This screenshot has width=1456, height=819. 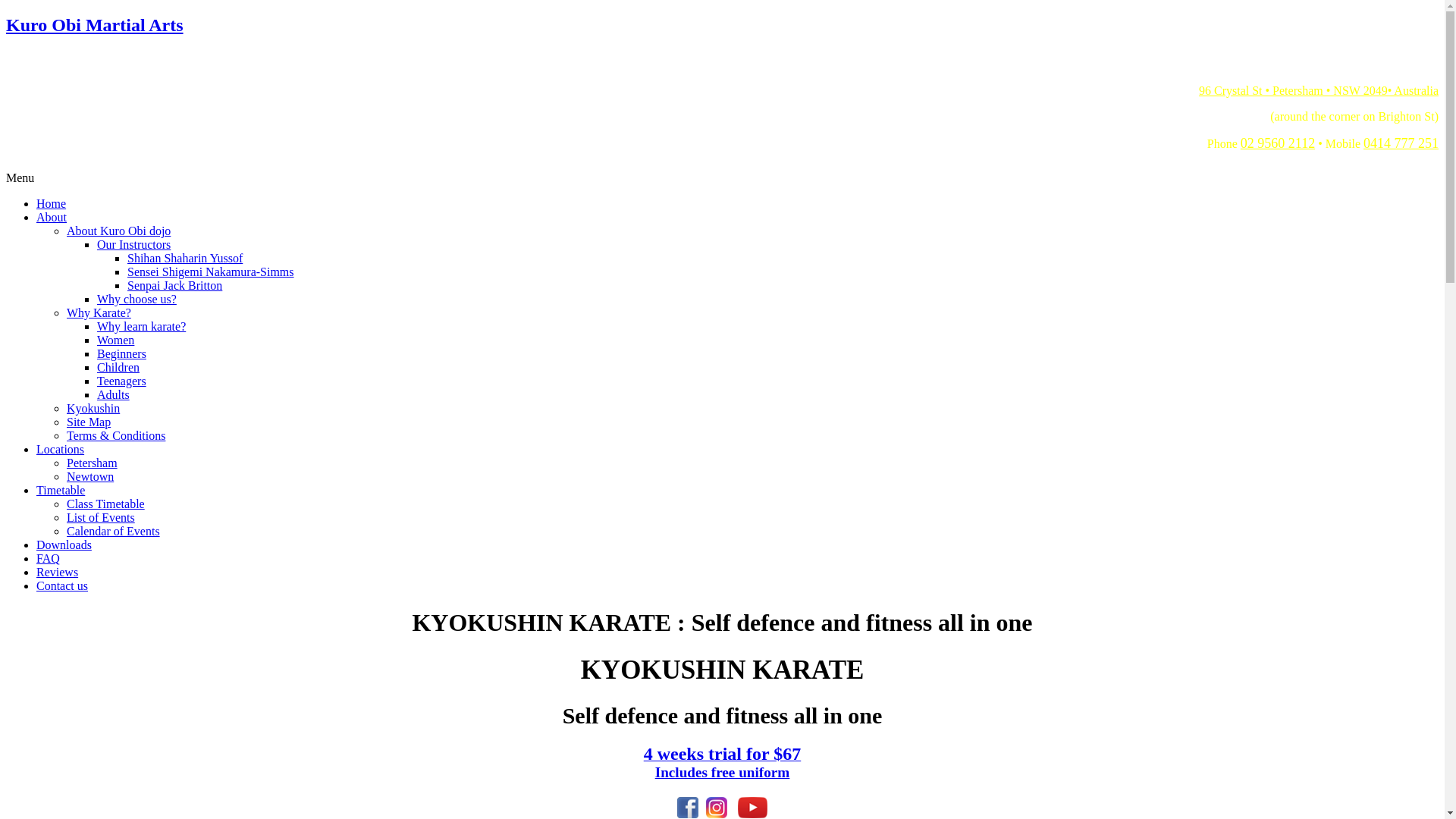 What do you see at coordinates (141, 325) in the screenshot?
I see `'Why learn karate?'` at bounding box center [141, 325].